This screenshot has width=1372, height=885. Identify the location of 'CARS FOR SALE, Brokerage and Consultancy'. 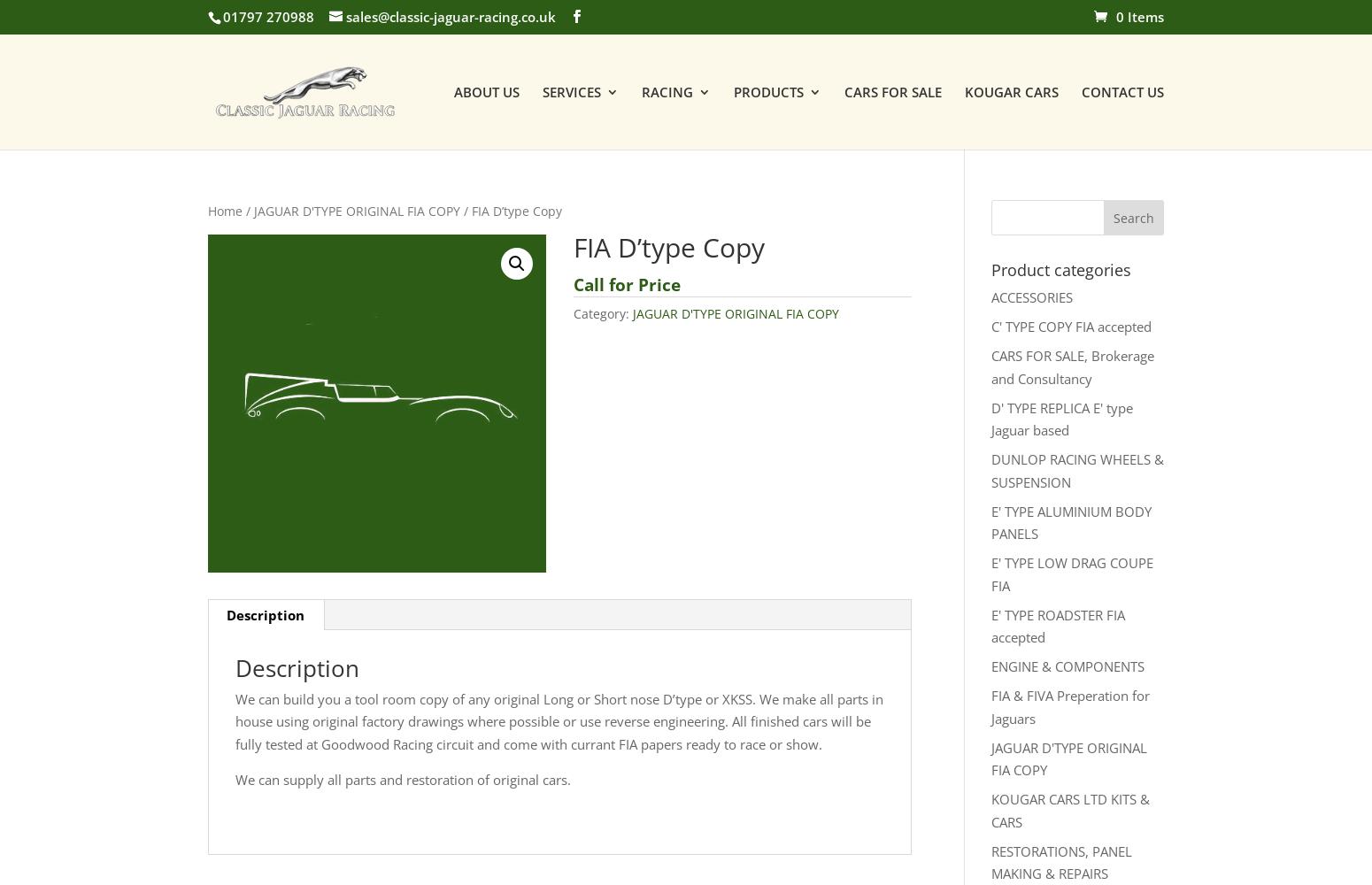
(1072, 366).